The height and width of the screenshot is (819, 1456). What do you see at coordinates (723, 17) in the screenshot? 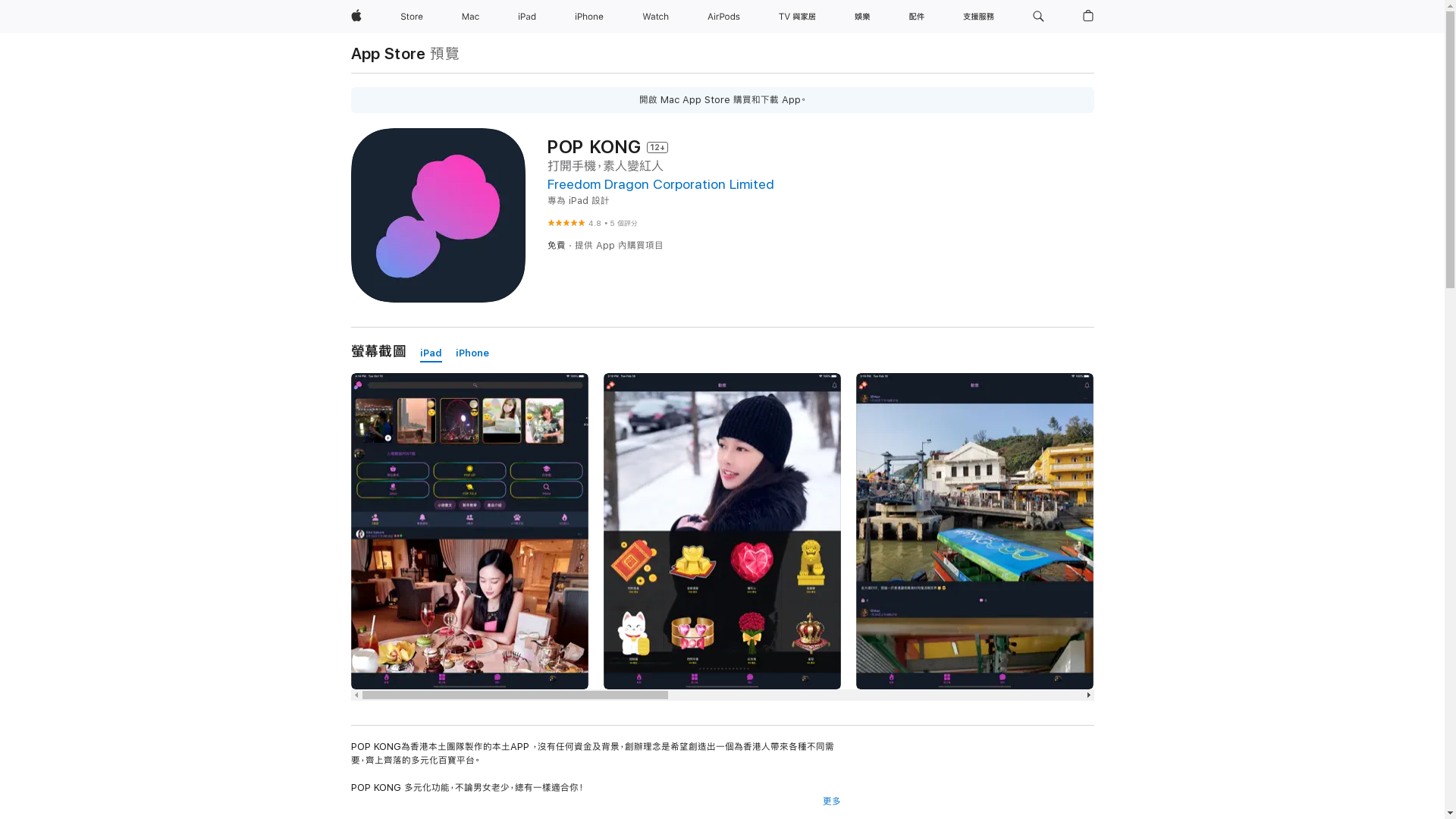
I see `'AirPods'` at bounding box center [723, 17].